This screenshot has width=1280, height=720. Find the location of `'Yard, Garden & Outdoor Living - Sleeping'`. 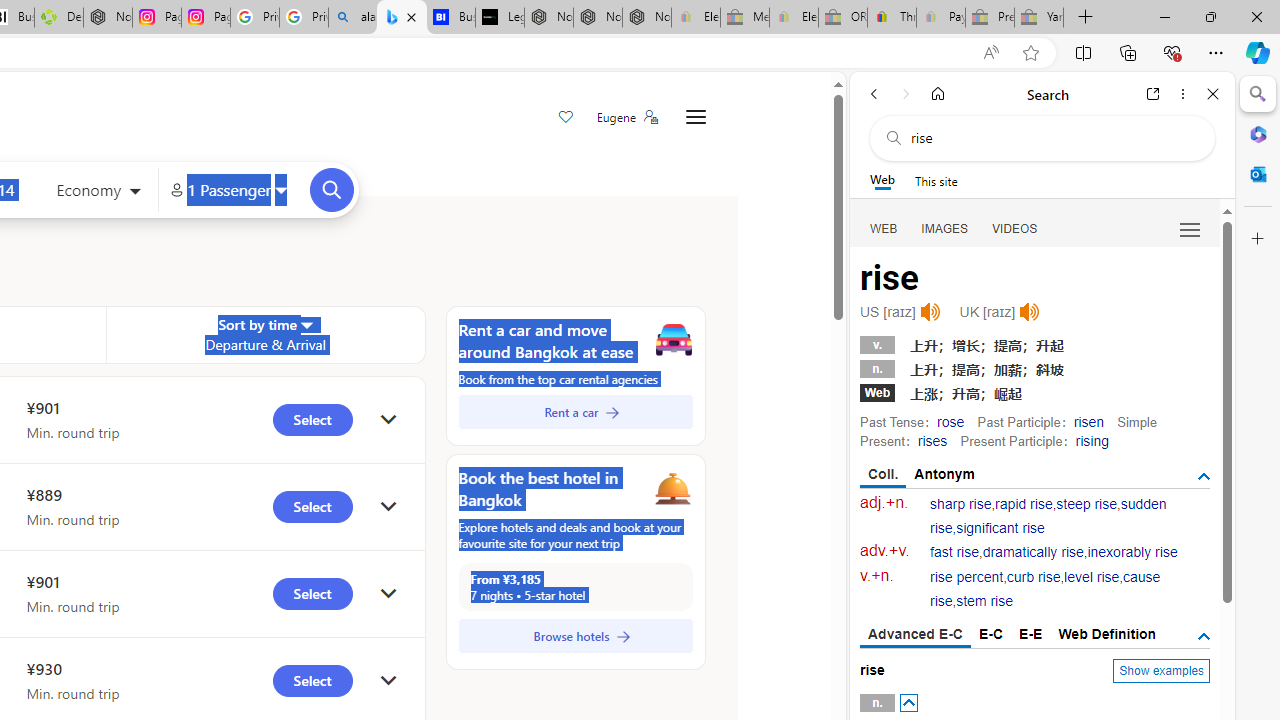

'Yard, Garden & Outdoor Living - Sleeping' is located at coordinates (1039, 17).